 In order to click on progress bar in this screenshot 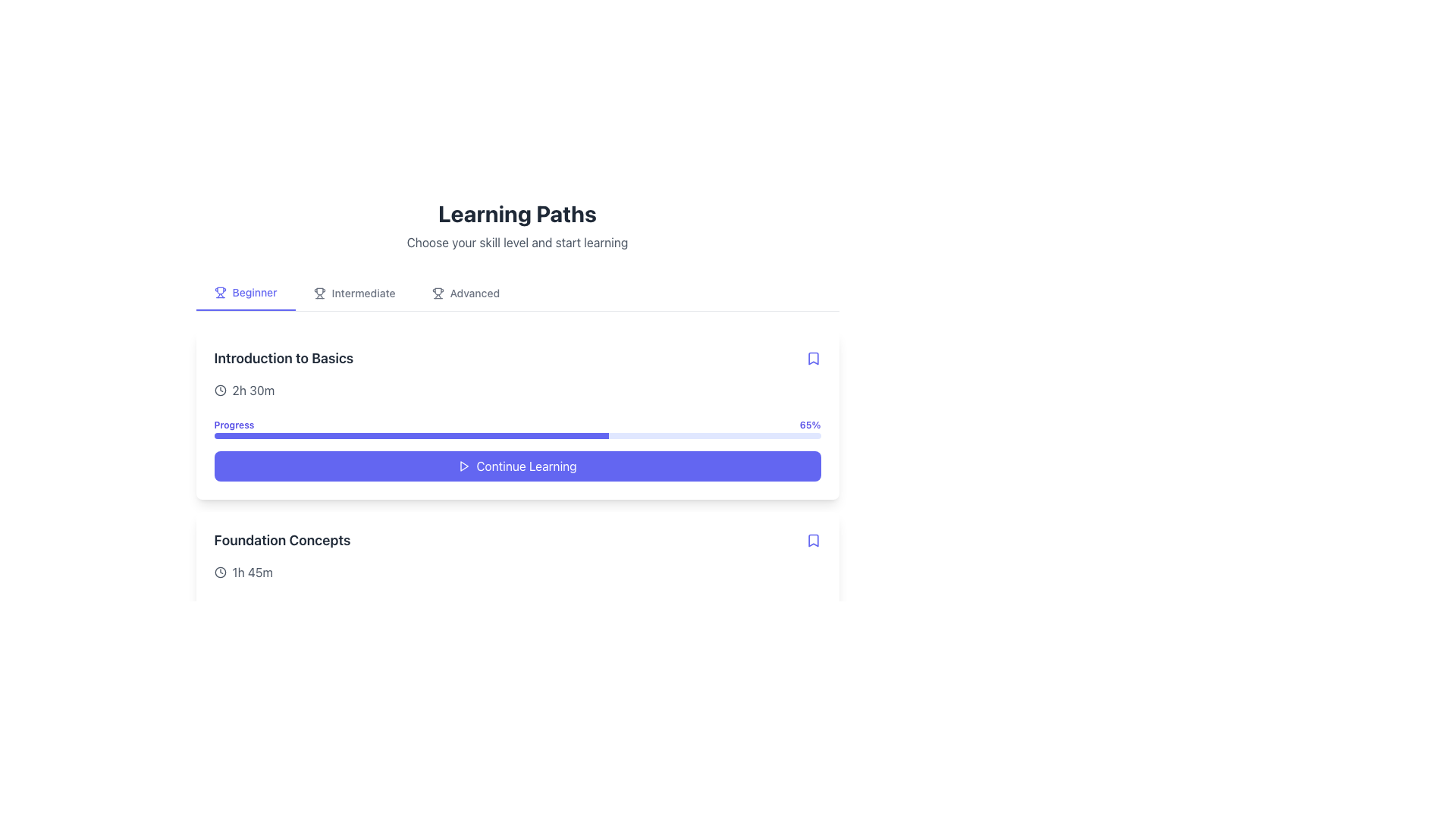, I will do `click(674, 435)`.